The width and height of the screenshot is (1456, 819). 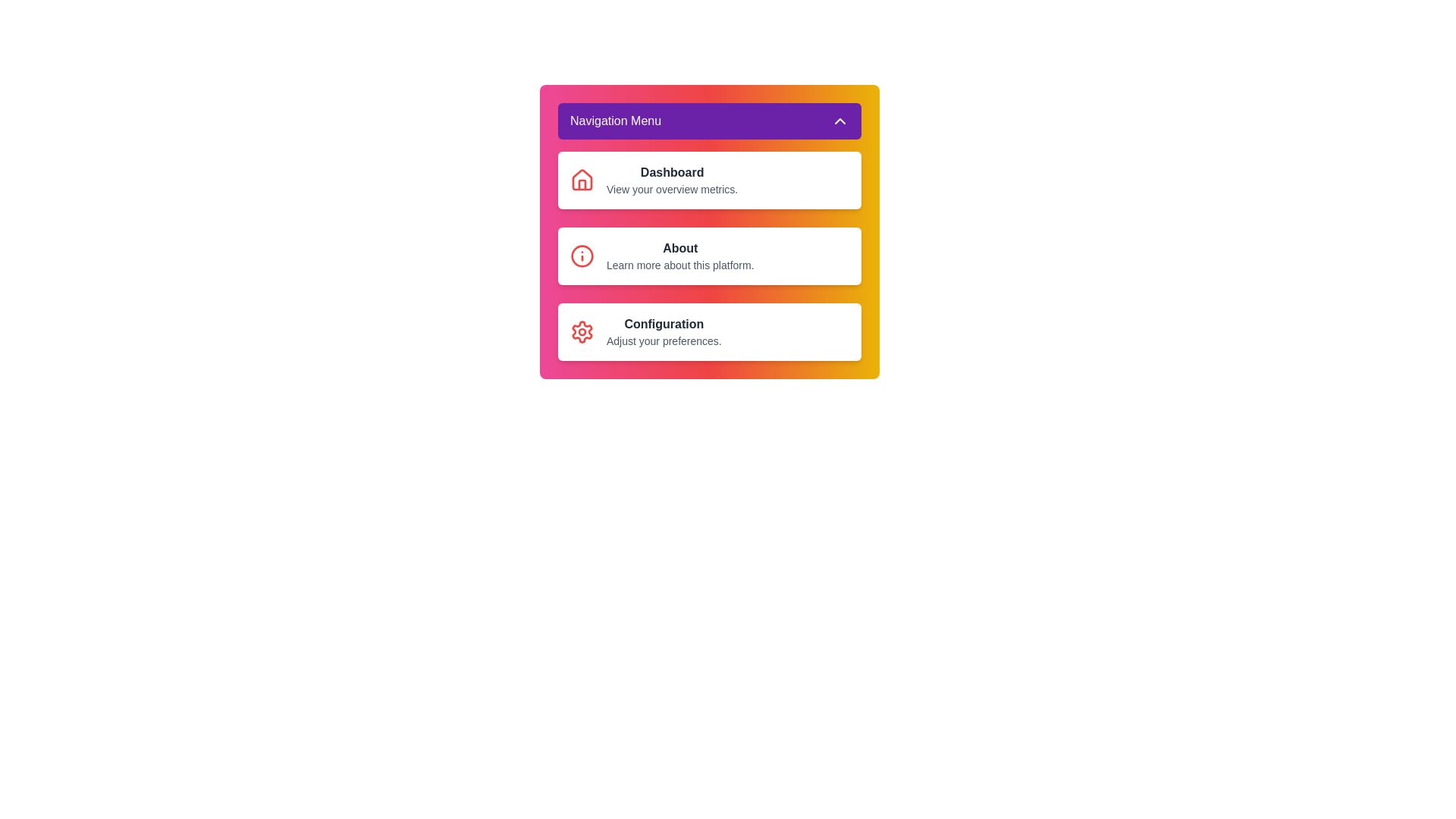 I want to click on the Dashboard menu item, so click(x=709, y=180).